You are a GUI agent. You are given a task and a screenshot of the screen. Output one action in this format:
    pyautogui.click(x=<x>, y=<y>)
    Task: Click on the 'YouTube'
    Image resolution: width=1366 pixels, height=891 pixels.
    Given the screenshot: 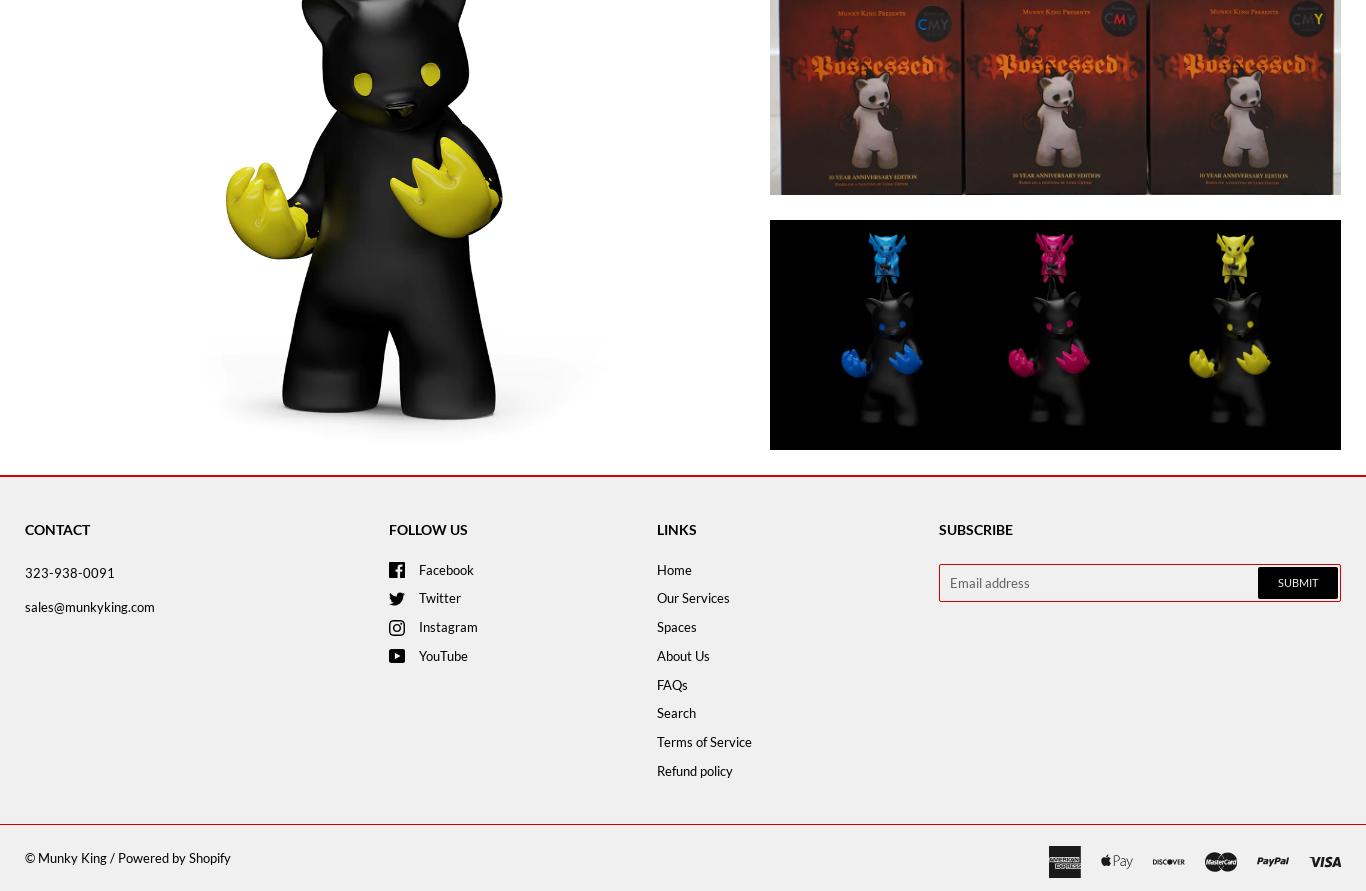 What is the action you would take?
    pyautogui.click(x=417, y=653)
    